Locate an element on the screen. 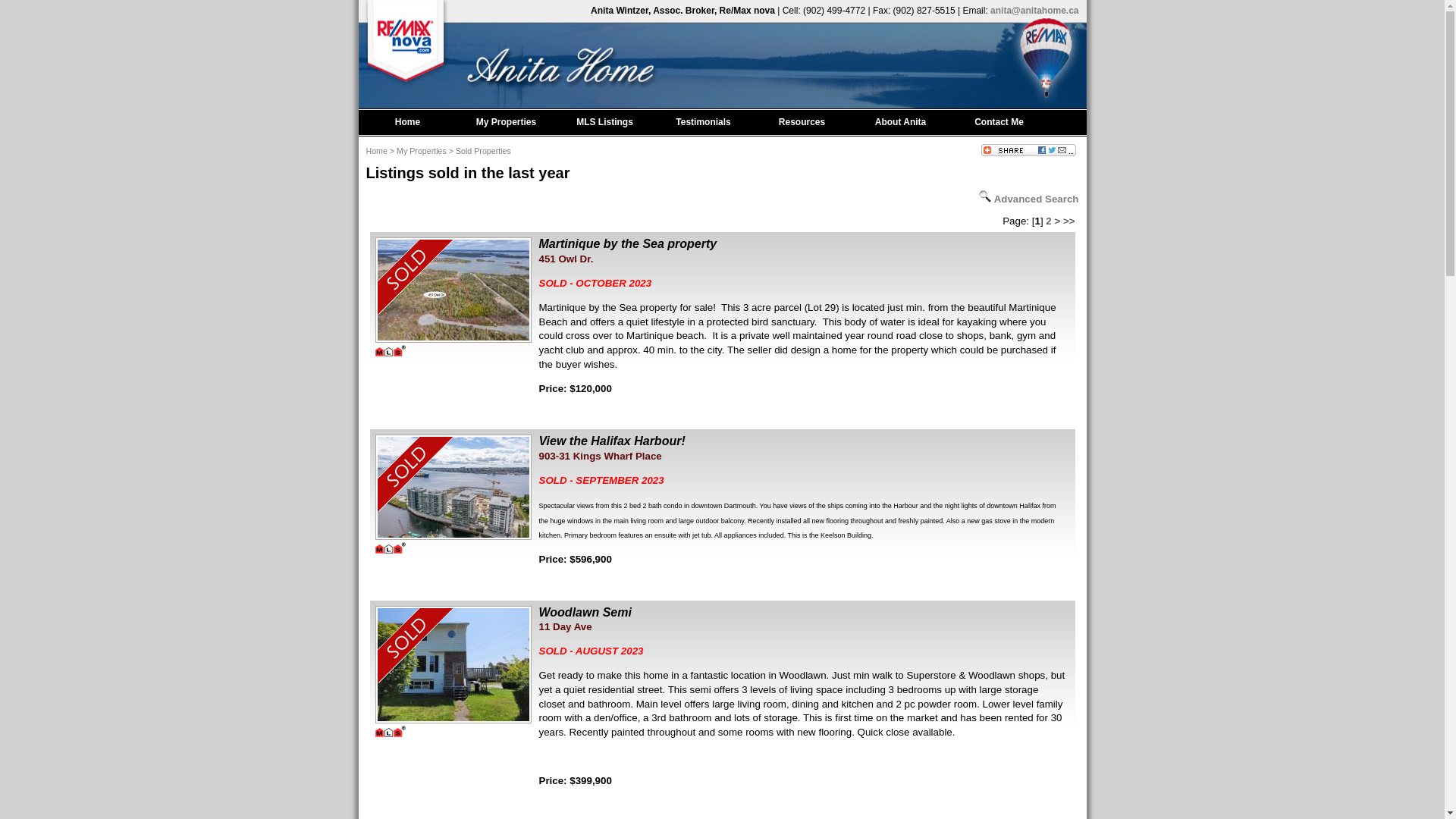 This screenshot has width=1456, height=819. 'My Properties' is located at coordinates (422, 151).